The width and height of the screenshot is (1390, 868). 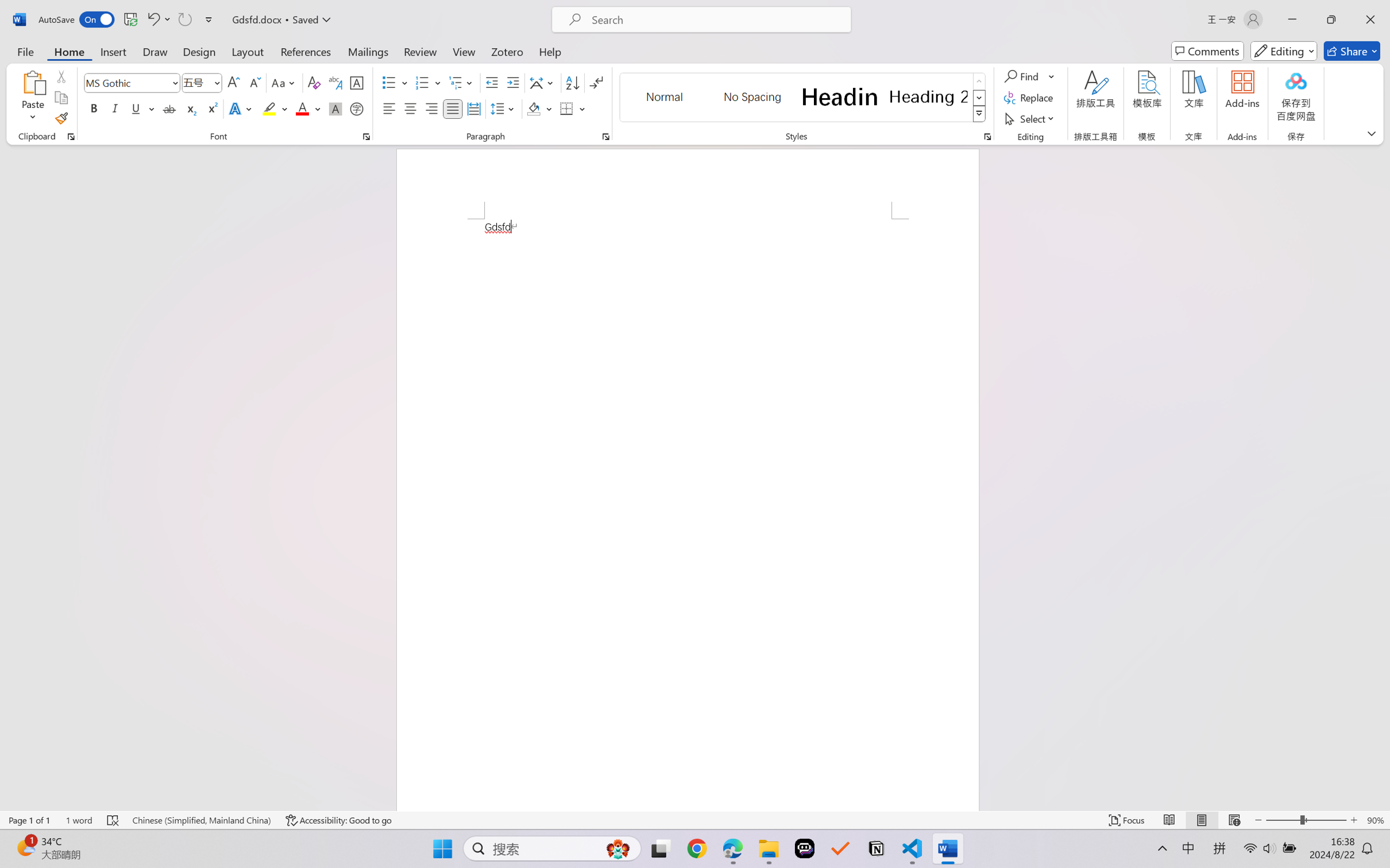 What do you see at coordinates (303, 108) in the screenshot?
I see `'Font Color Red'` at bounding box center [303, 108].